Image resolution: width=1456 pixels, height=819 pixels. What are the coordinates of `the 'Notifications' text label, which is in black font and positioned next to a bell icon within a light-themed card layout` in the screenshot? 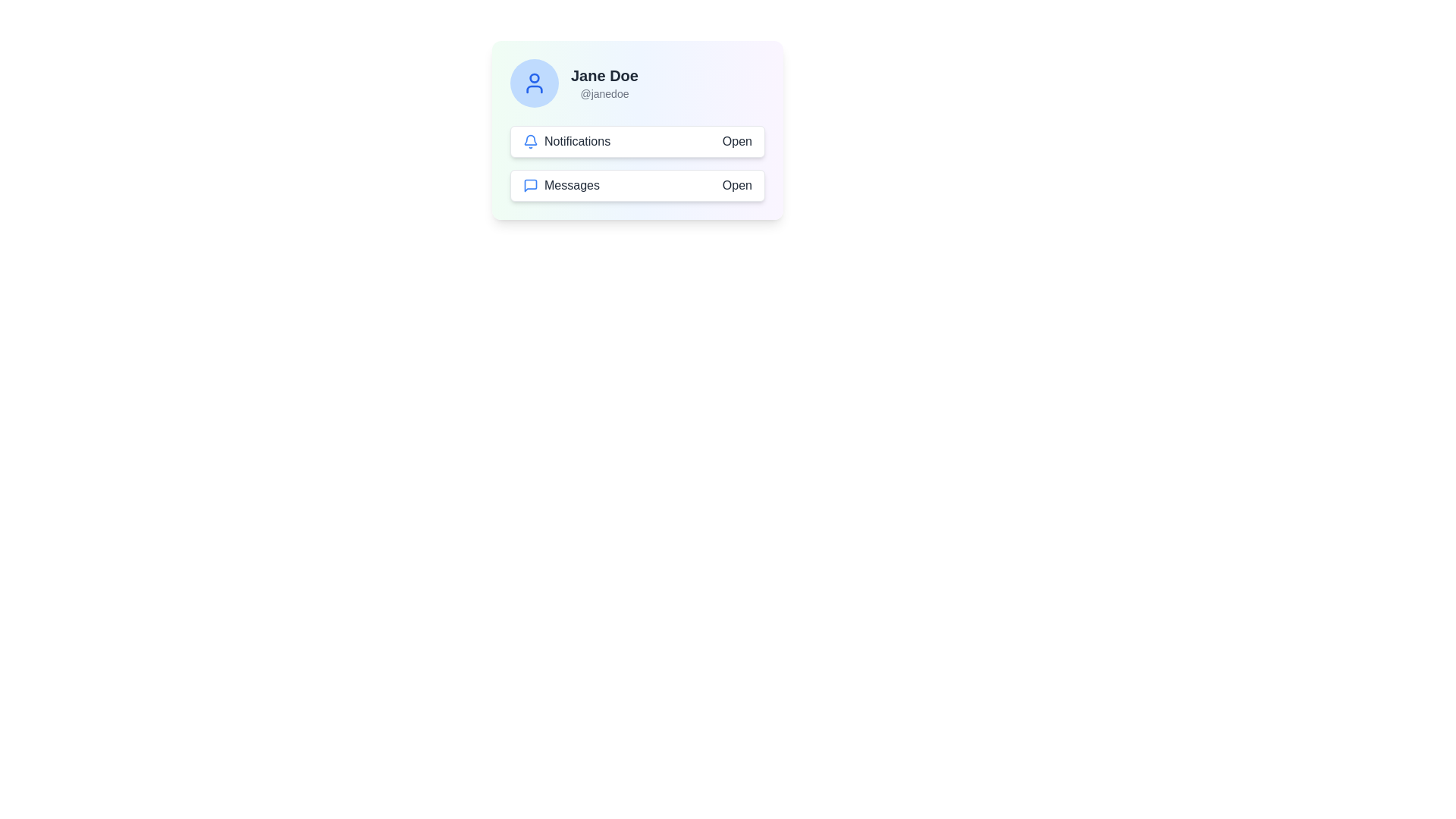 It's located at (576, 141).